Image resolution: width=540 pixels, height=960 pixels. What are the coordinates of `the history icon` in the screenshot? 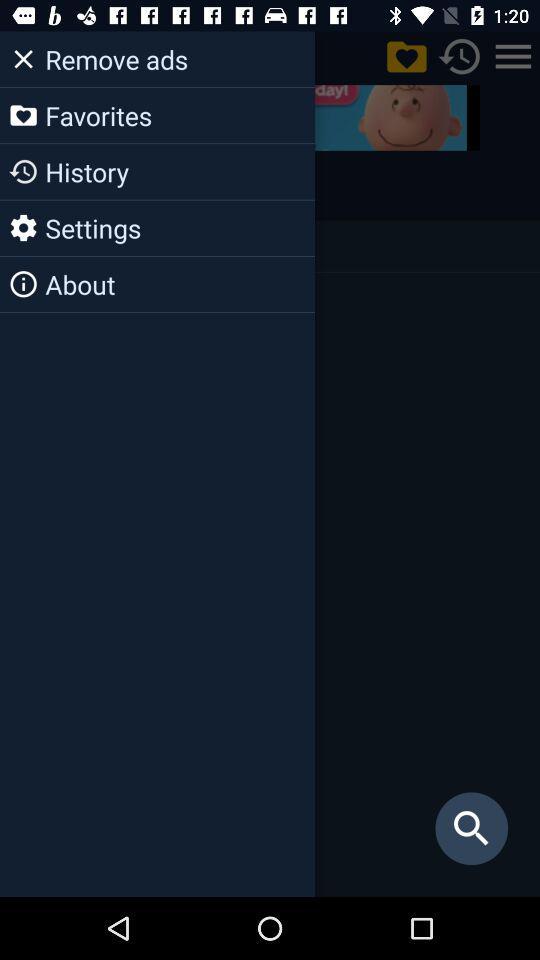 It's located at (28, 185).